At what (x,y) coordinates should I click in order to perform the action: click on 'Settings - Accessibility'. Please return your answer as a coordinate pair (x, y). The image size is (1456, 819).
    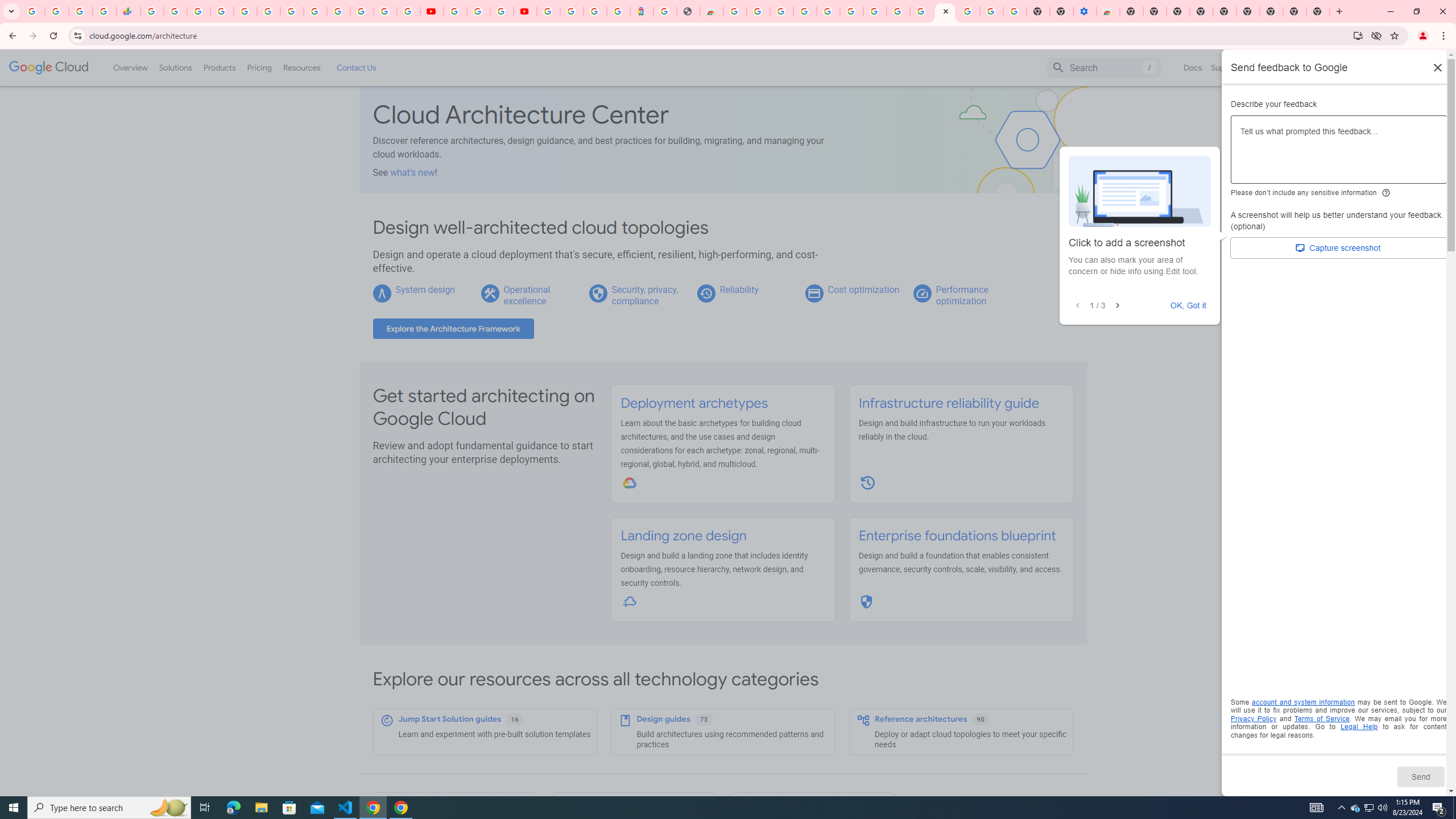
    Looking at the image, I should click on (1085, 11).